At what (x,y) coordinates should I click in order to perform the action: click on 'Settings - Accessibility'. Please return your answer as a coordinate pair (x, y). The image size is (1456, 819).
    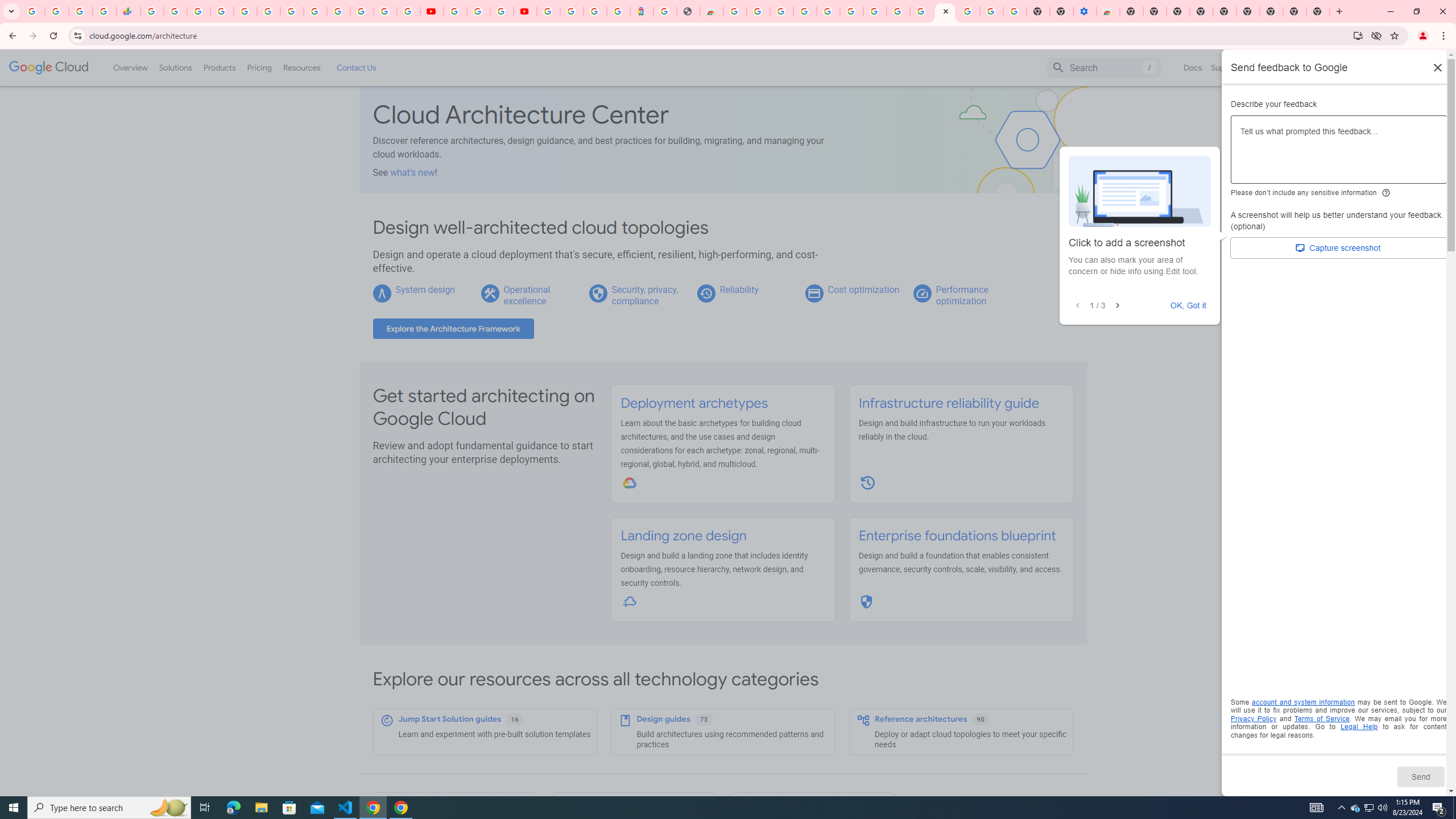
    Looking at the image, I should click on (1085, 11).